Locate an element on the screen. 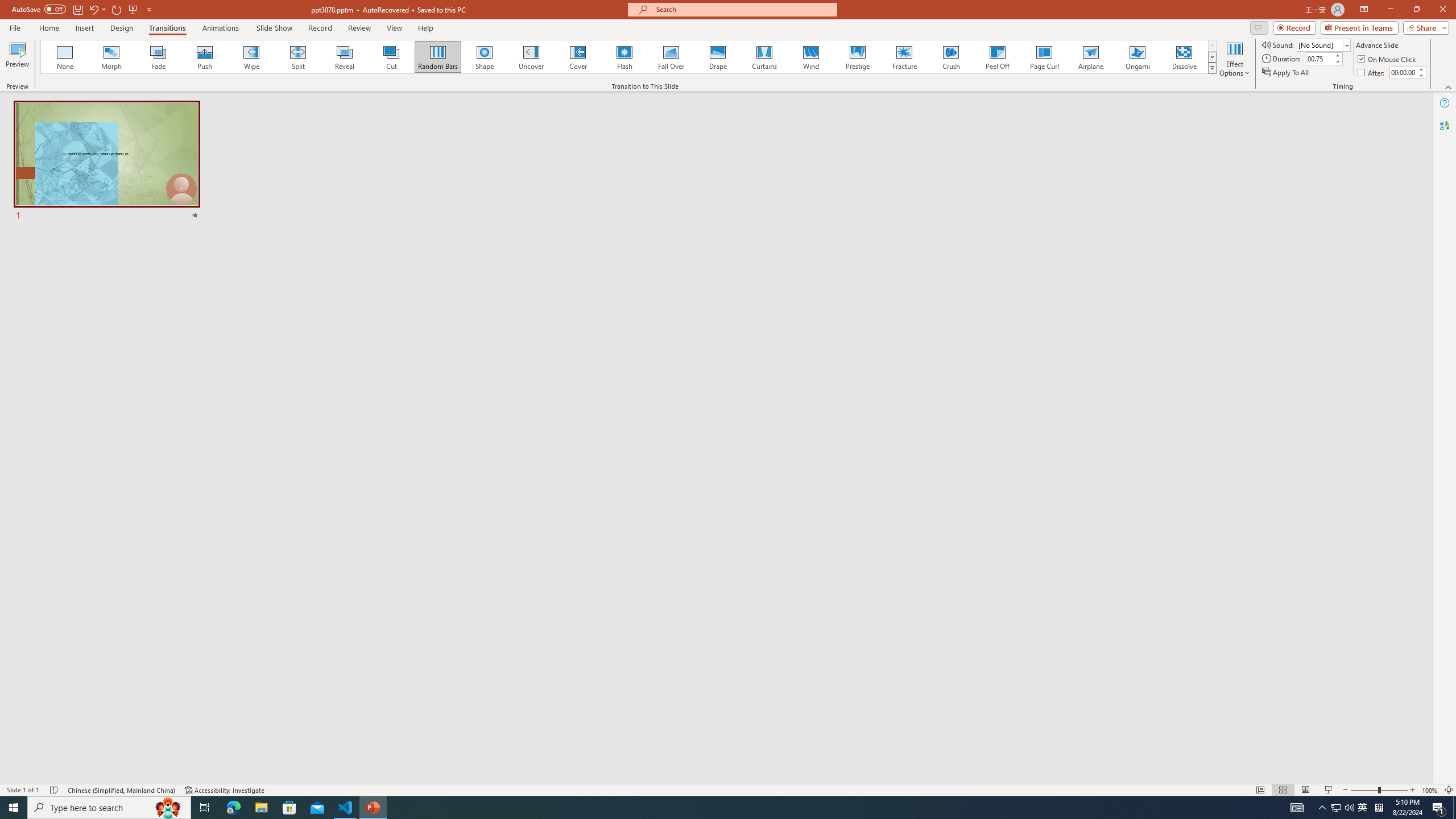 The width and height of the screenshot is (1456, 819). 'Sound' is located at coordinates (1323, 44).